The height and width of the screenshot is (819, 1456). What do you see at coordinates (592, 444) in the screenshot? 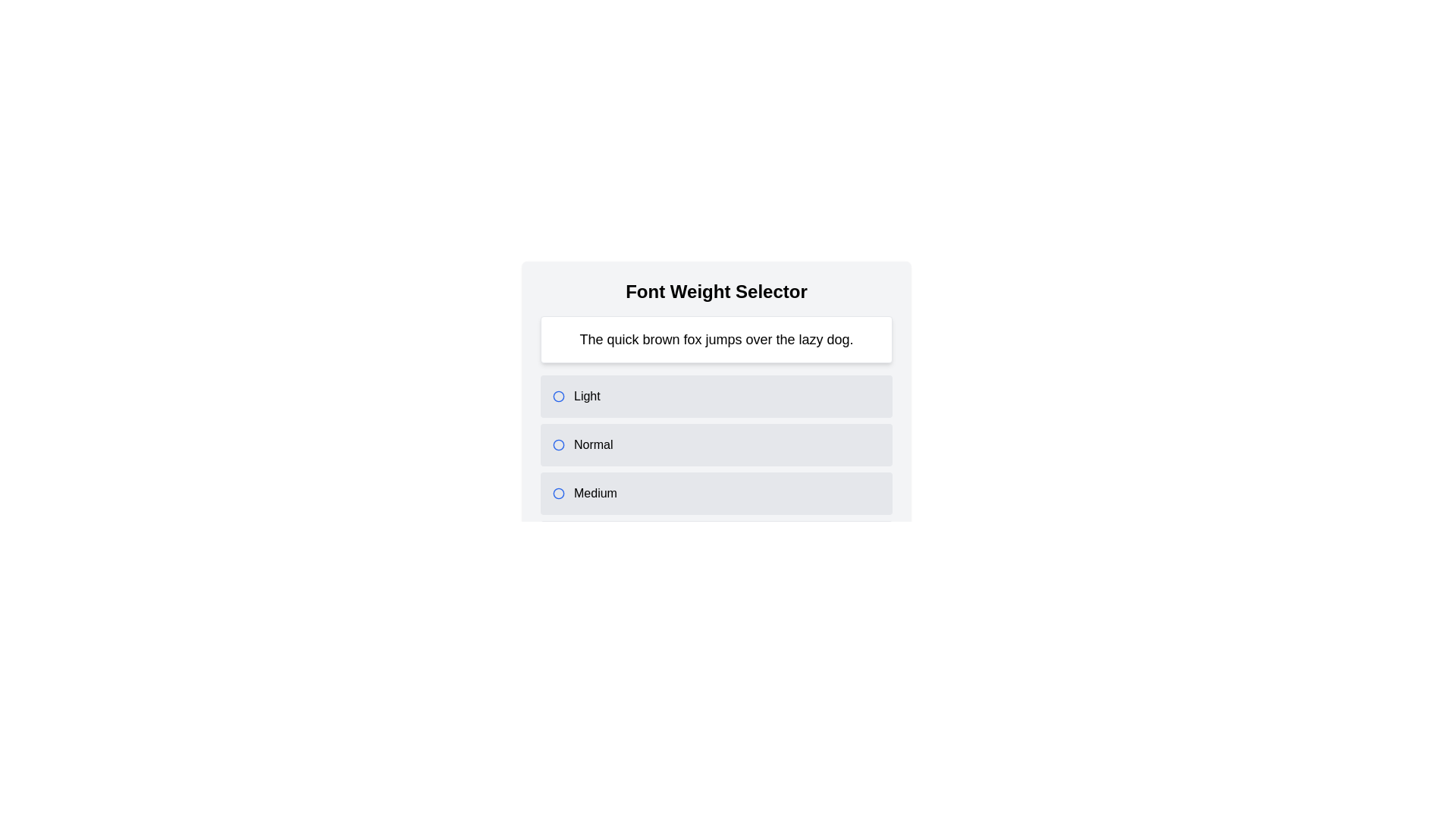
I see `text label that displays 'Normal' in black on a light gray background, positioned as the second option in the selectable group between 'Light' and 'Medium'` at bounding box center [592, 444].